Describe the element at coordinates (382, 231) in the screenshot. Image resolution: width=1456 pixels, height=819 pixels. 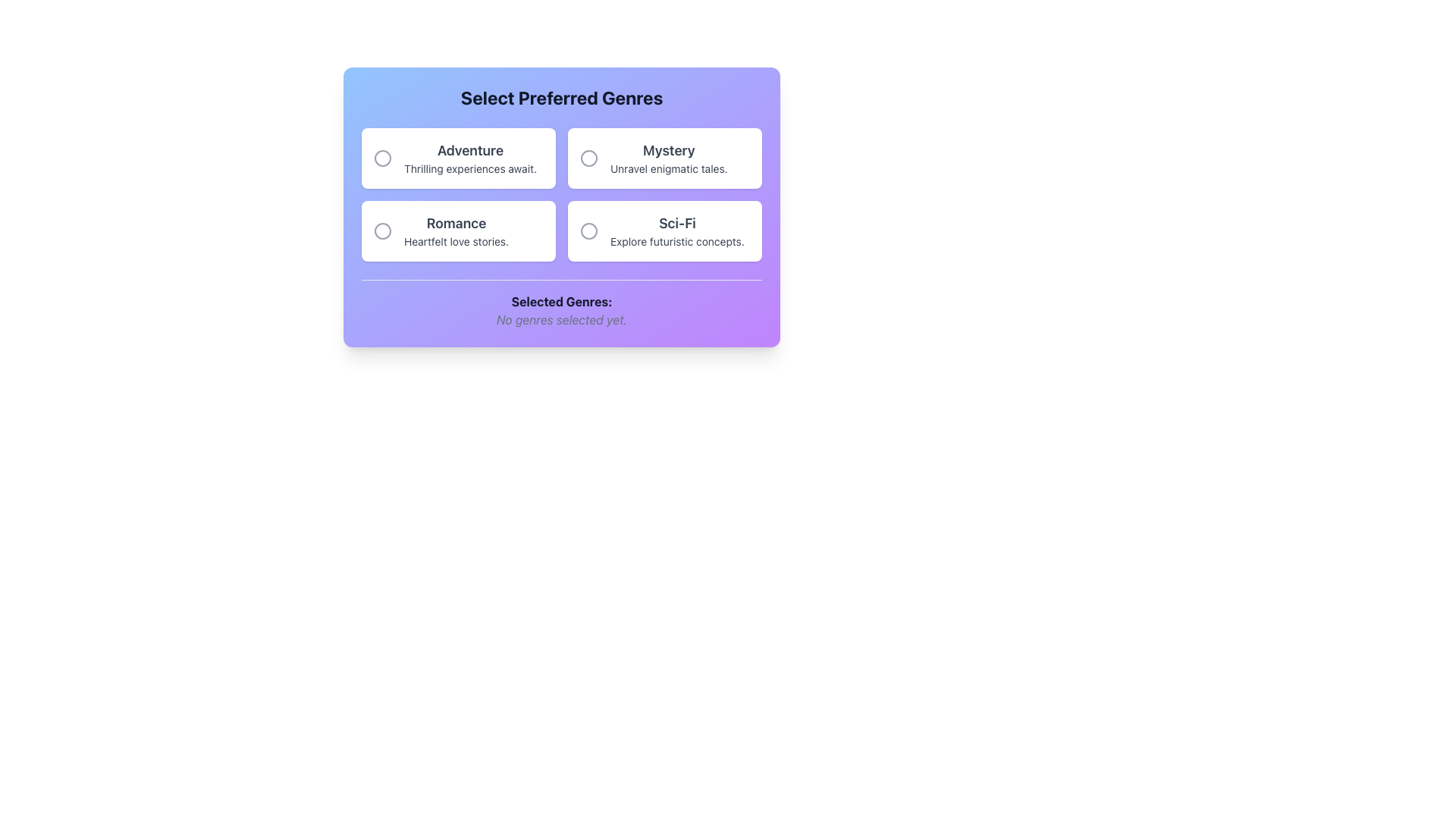
I see `the circle icon for the 'Romance' genre selection` at that location.